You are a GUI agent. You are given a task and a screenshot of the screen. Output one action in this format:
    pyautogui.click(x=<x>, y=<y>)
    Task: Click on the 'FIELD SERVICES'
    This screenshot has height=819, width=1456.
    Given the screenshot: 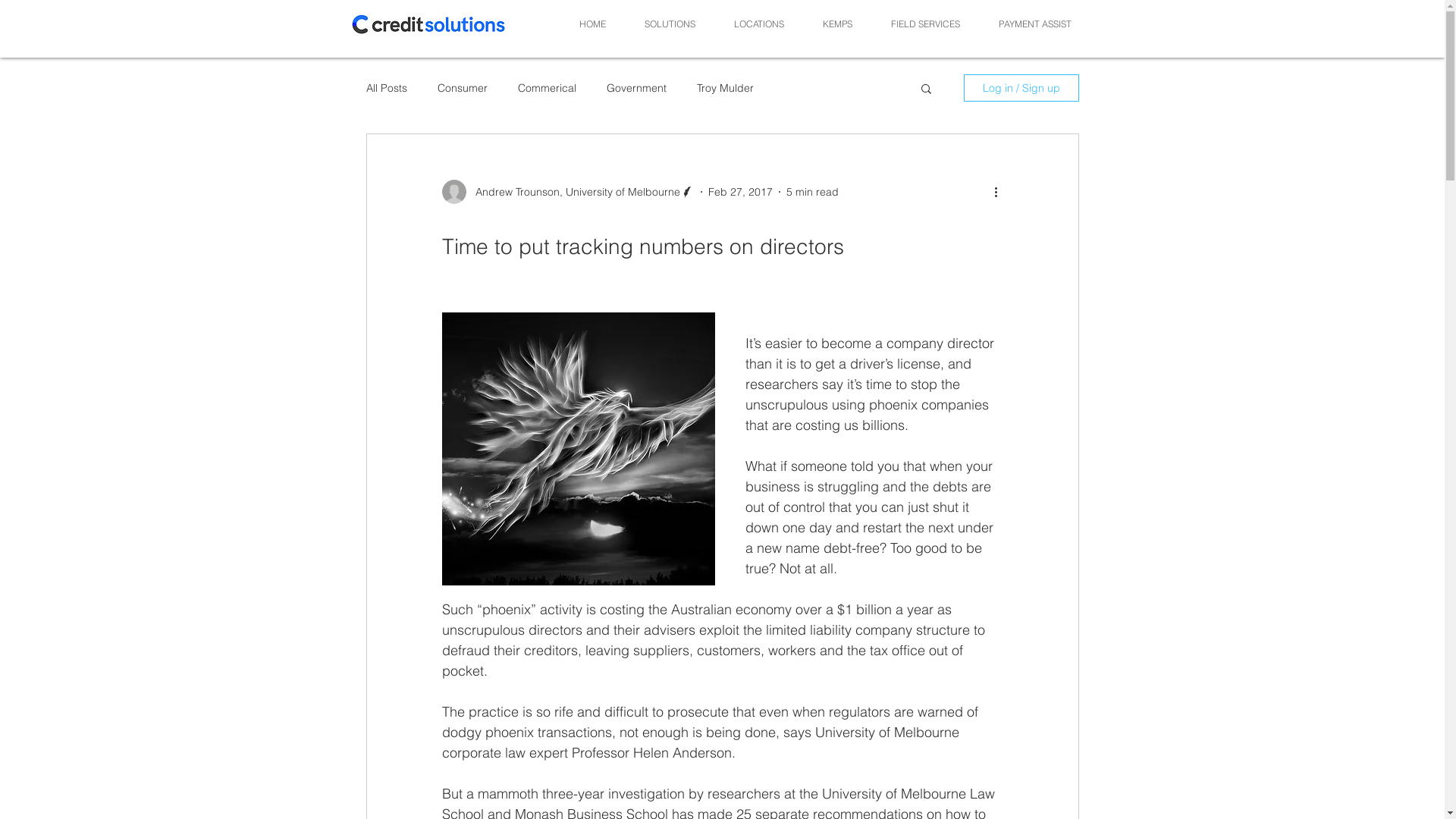 What is the action you would take?
    pyautogui.click(x=924, y=24)
    